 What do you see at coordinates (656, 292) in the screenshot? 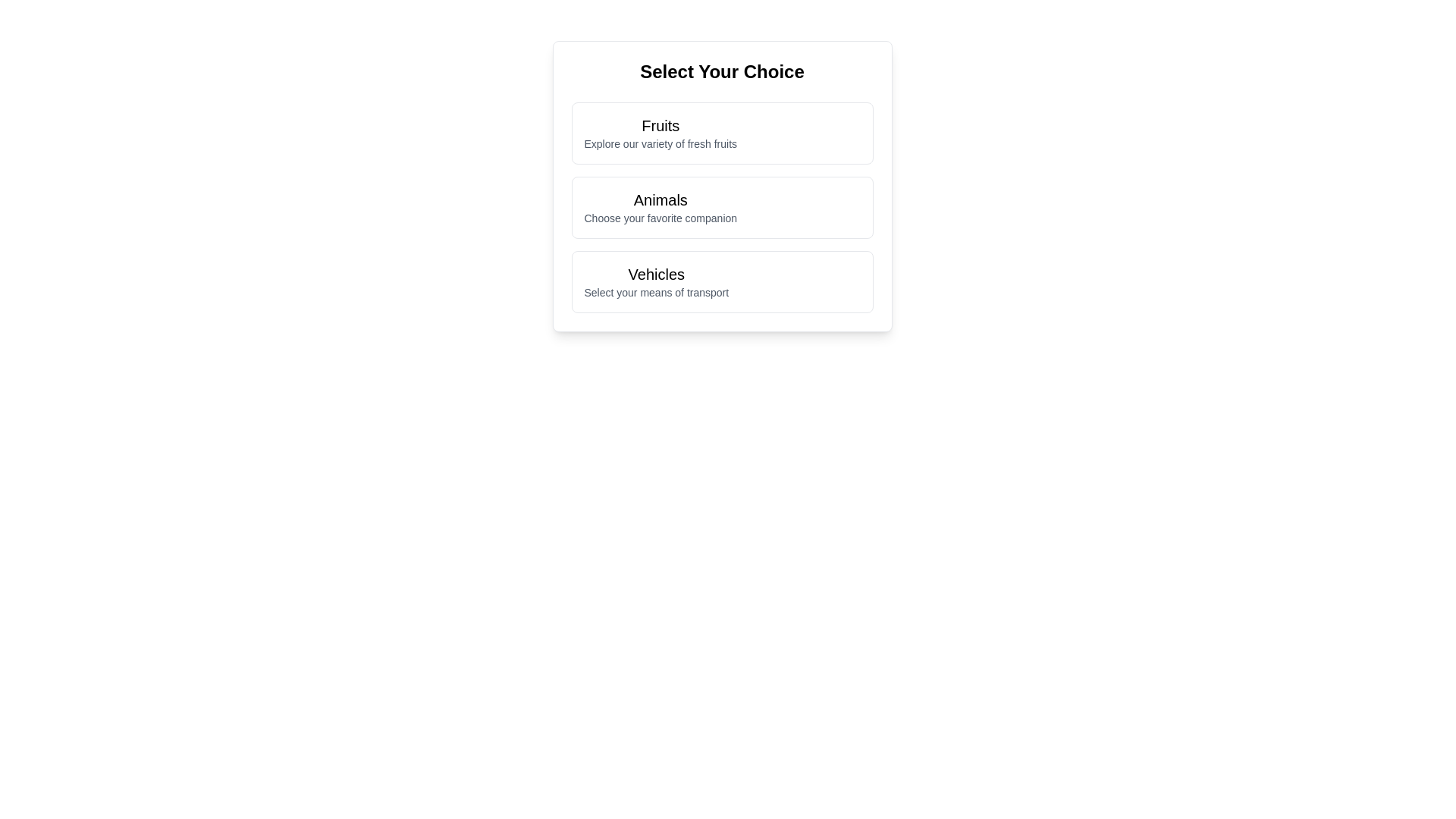
I see `the Text Label that provides additional descriptive text or instructions relevant to the 'Vehicles' selection card, located in the middle of the application's content area` at bounding box center [656, 292].